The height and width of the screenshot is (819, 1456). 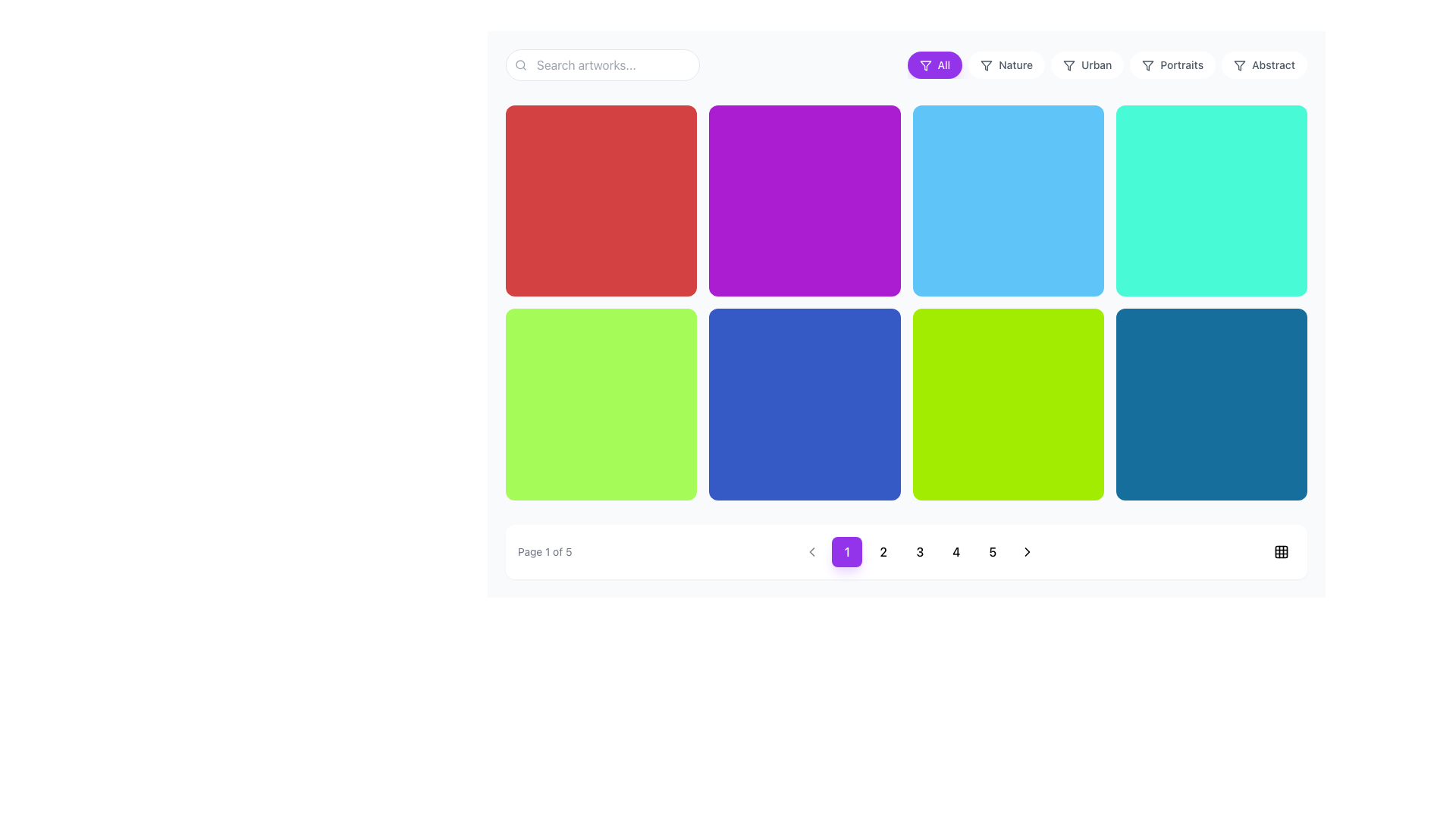 What do you see at coordinates (1068, 65) in the screenshot?
I see `the filter icon located to the left of the 'All' button in the toolbar to observe the tooltip or visual response indicating its relation to the filter options` at bounding box center [1068, 65].